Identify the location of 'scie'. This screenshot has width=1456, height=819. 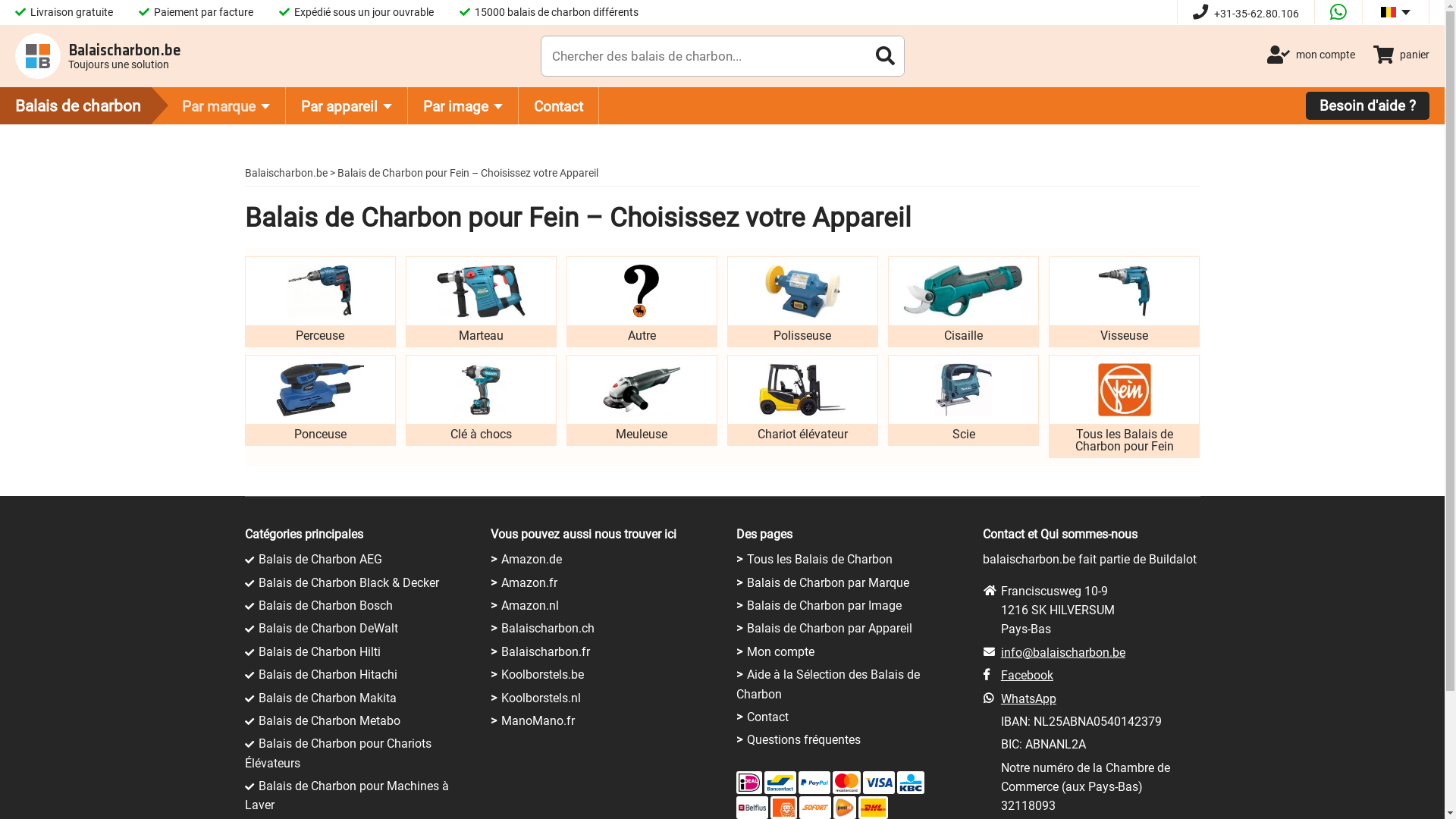
(962, 388).